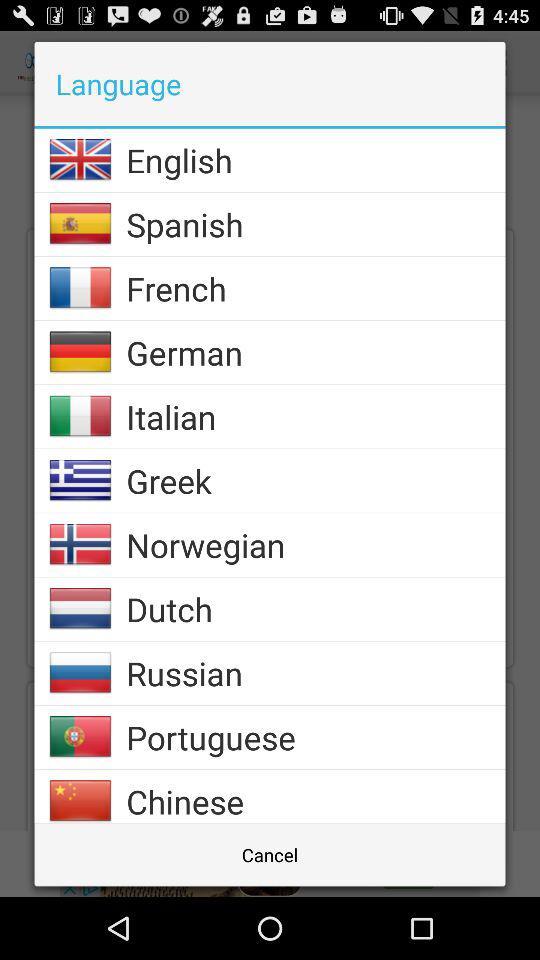  What do you see at coordinates (315, 352) in the screenshot?
I see `icon below french` at bounding box center [315, 352].